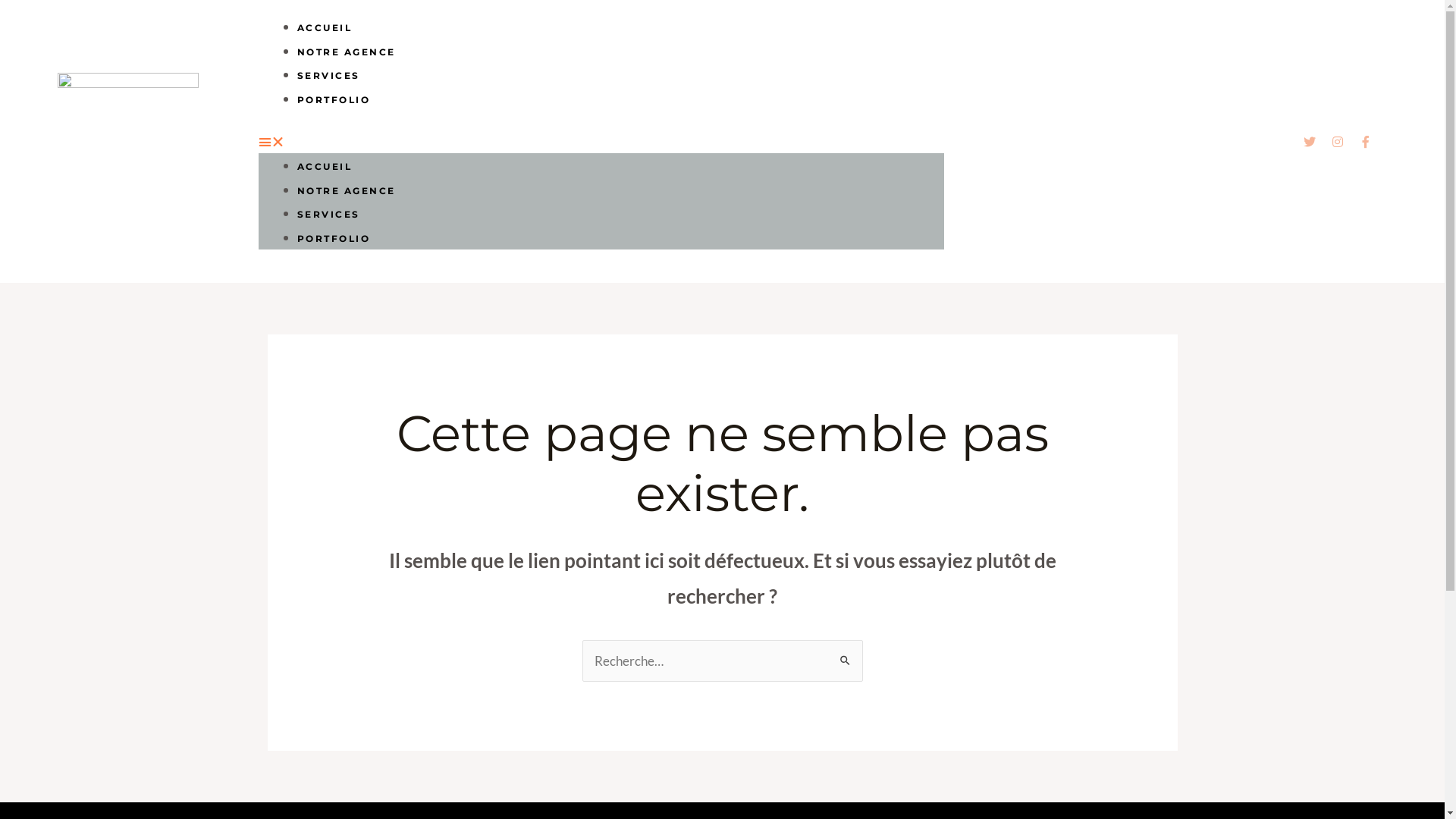 The height and width of the screenshot is (819, 1456). I want to click on 'PORTFOLIO', so click(333, 238).